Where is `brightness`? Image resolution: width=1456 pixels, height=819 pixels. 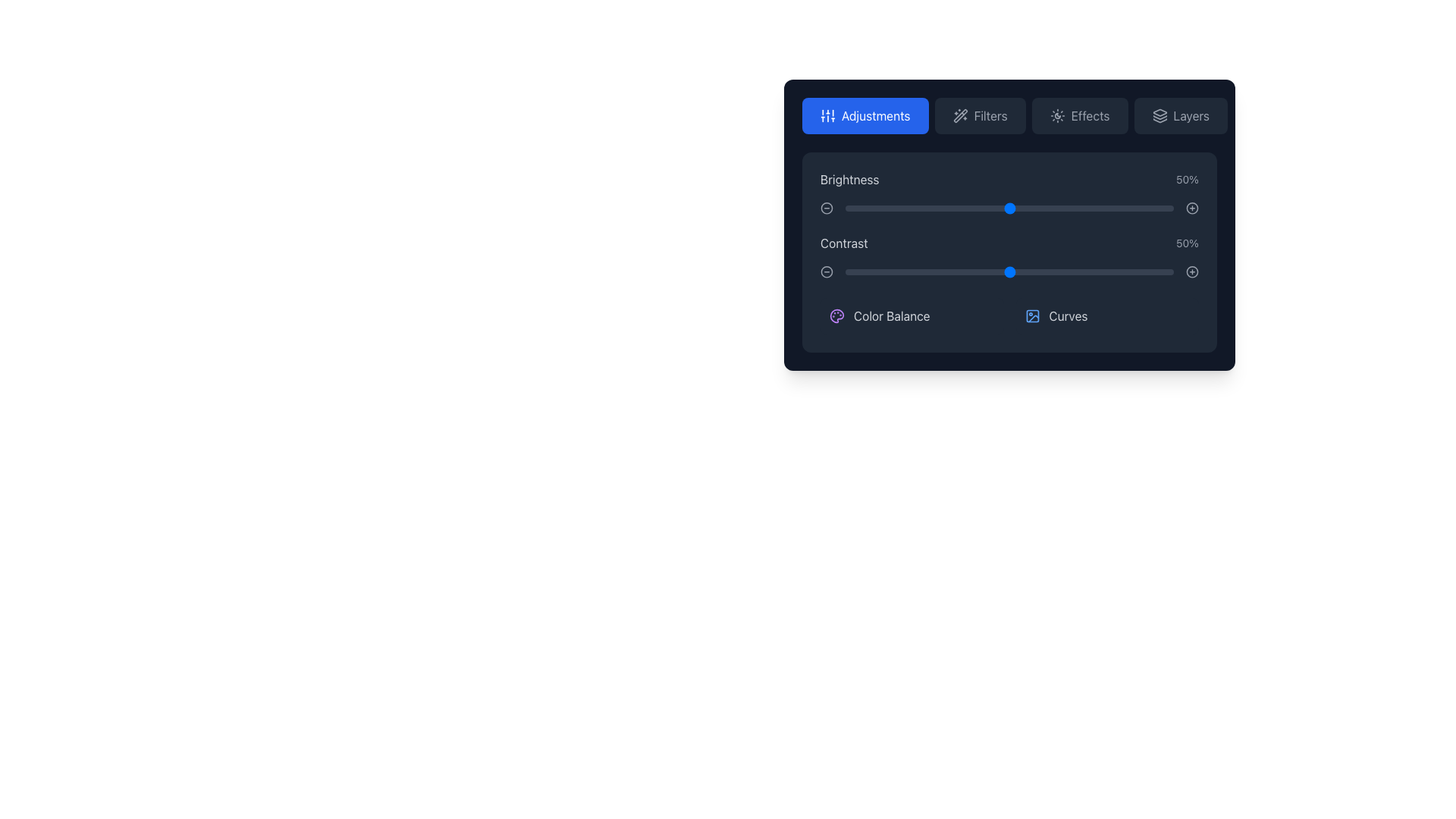 brightness is located at coordinates (1166, 208).